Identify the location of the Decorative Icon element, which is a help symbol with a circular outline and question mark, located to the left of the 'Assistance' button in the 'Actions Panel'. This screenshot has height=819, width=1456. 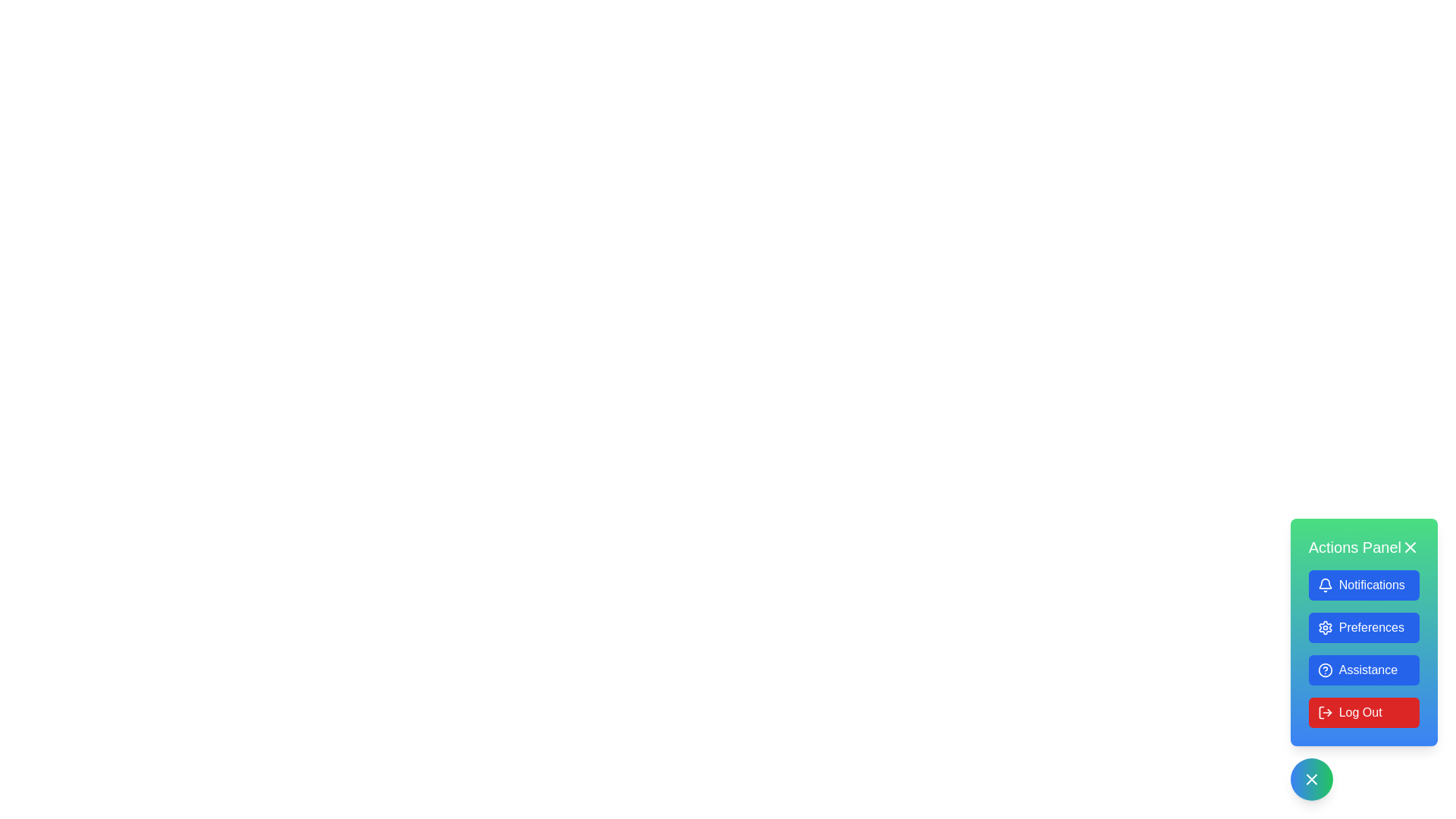
(1324, 669).